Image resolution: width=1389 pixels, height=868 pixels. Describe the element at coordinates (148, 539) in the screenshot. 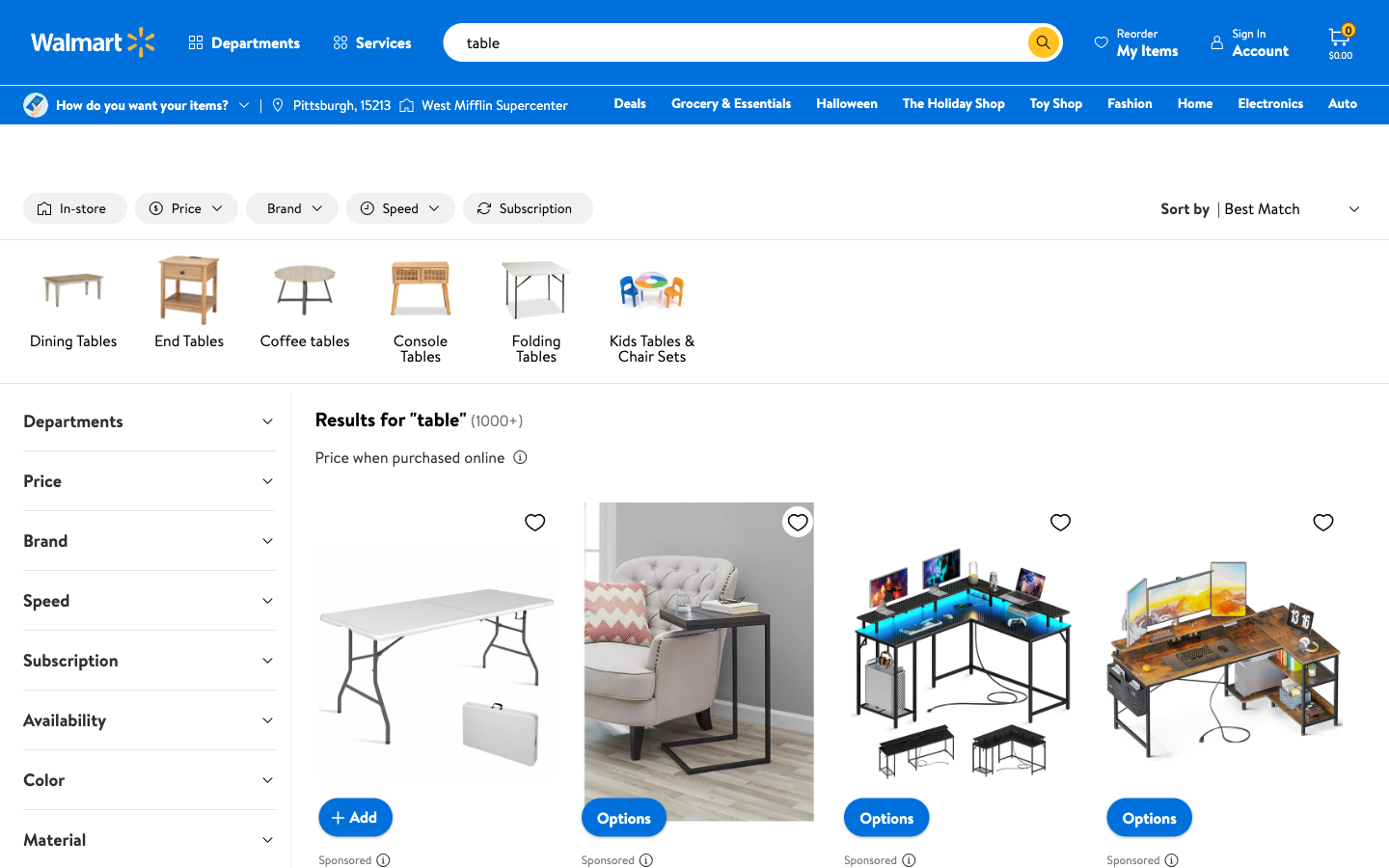

I see `the first brand in the expand brand drop-down` at that location.